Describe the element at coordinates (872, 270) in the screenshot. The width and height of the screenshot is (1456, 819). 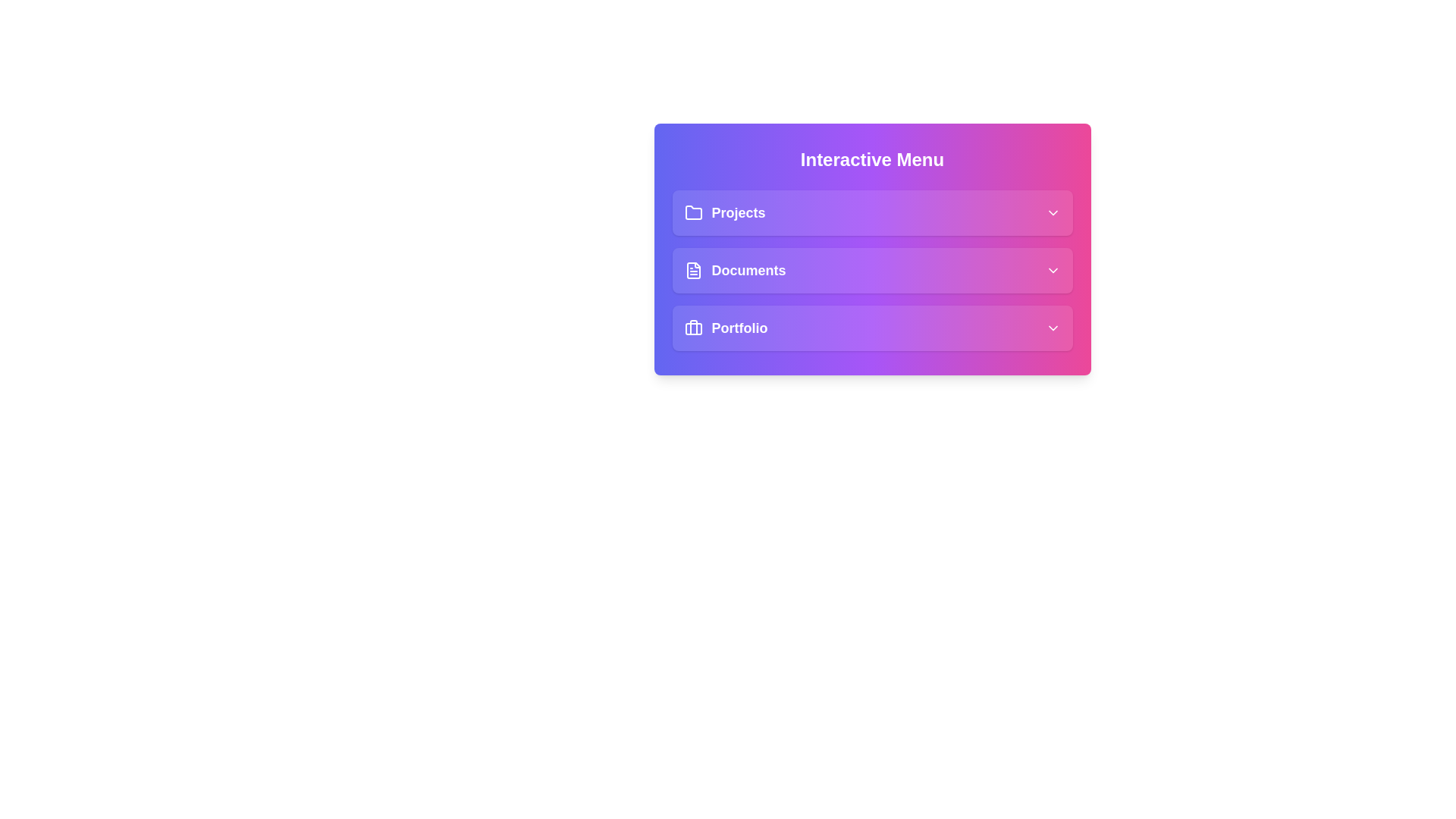
I see `the 'Documents' menu item, which is the second item in the 'Interactive Menu' list, positioned below 'Projects' and above 'Portfolio'` at that location.